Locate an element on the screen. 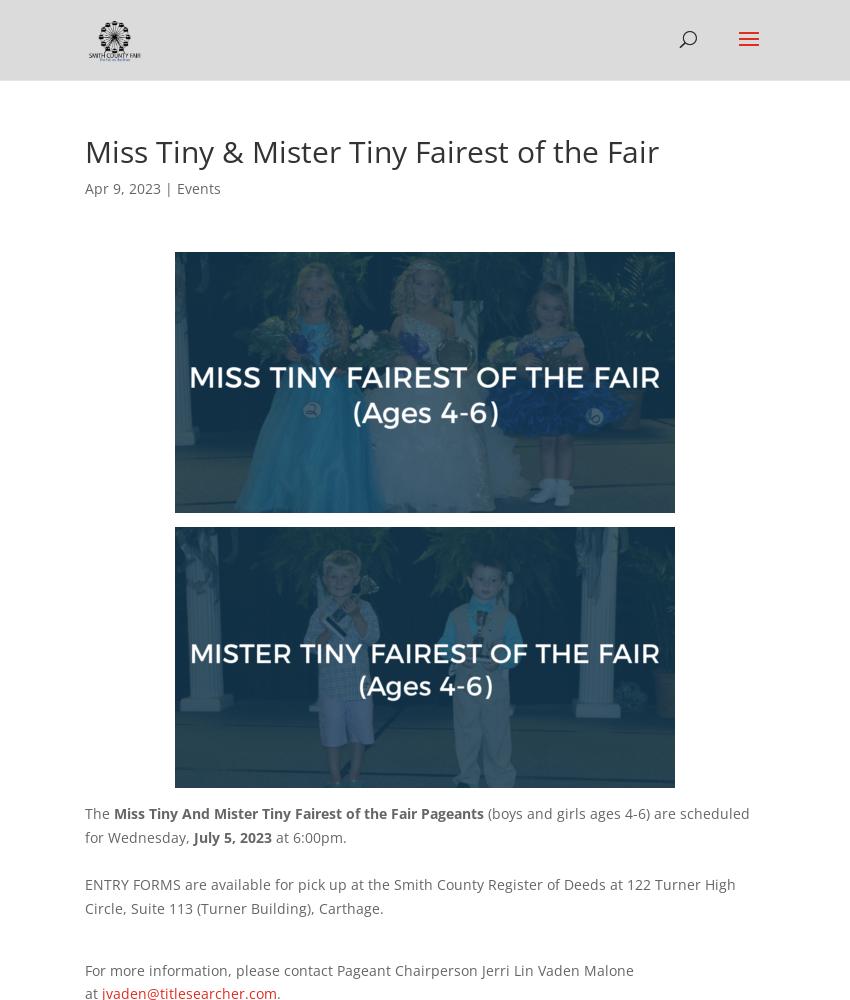  'The' is located at coordinates (98, 812).